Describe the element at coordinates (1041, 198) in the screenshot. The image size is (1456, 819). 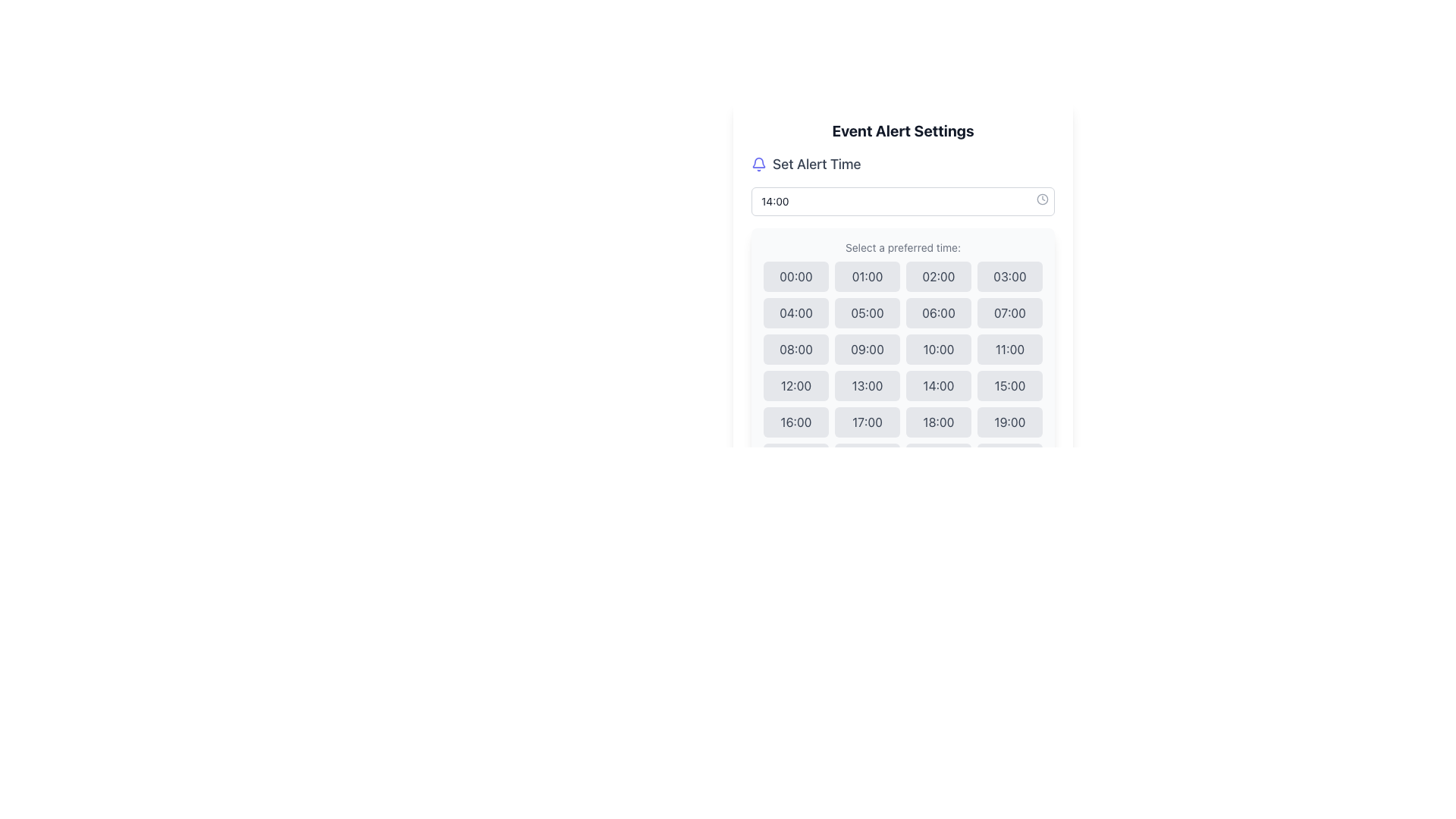
I see `the small gray clock icon located in the top-right corner of the alert time input field` at that location.